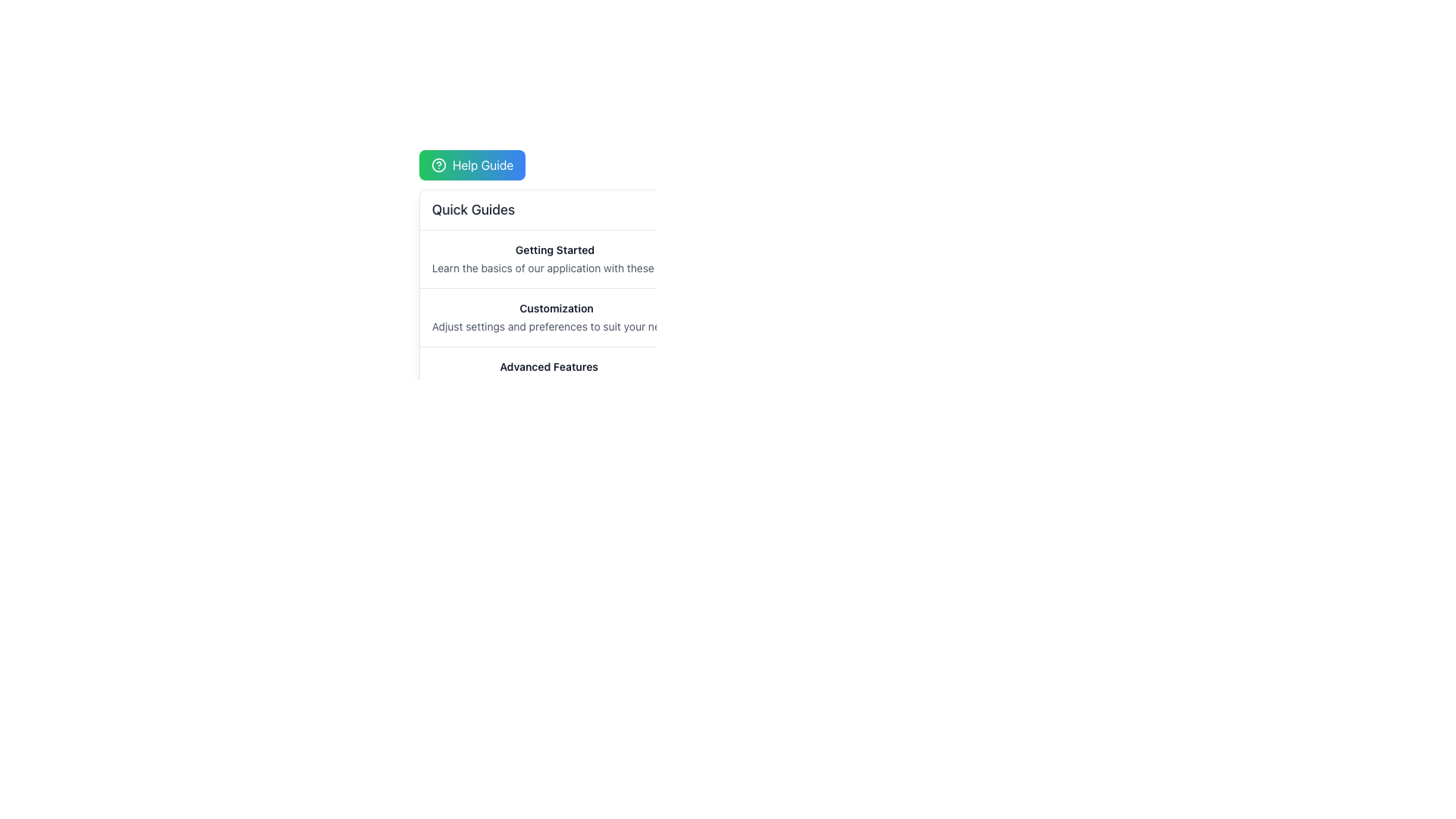 Image resolution: width=1456 pixels, height=819 pixels. I want to click on the textual informational element titled 'Getting Started', so click(563, 259).